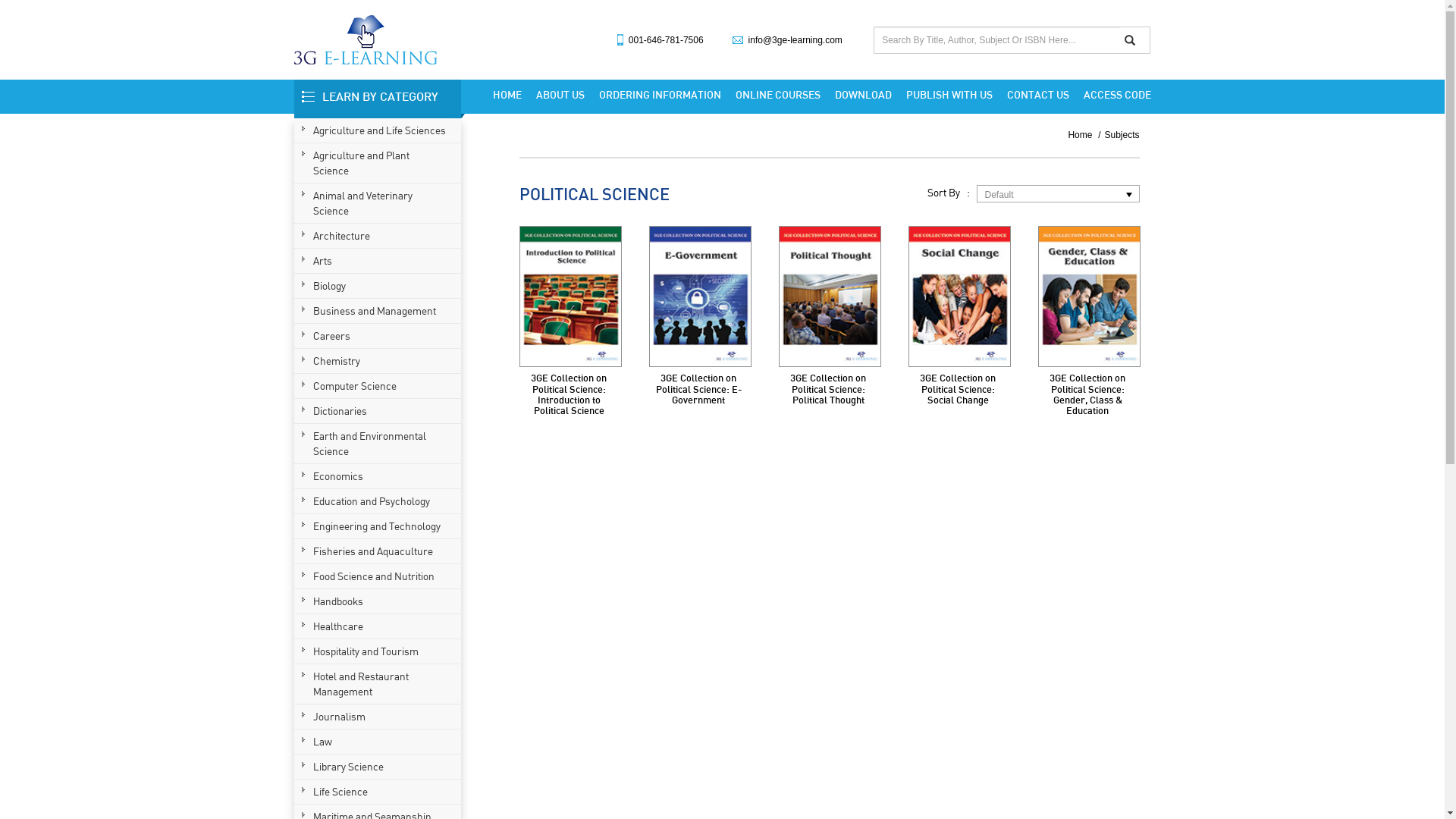  What do you see at coordinates (378, 500) in the screenshot?
I see `'Education and Psychology'` at bounding box center [378, 500].